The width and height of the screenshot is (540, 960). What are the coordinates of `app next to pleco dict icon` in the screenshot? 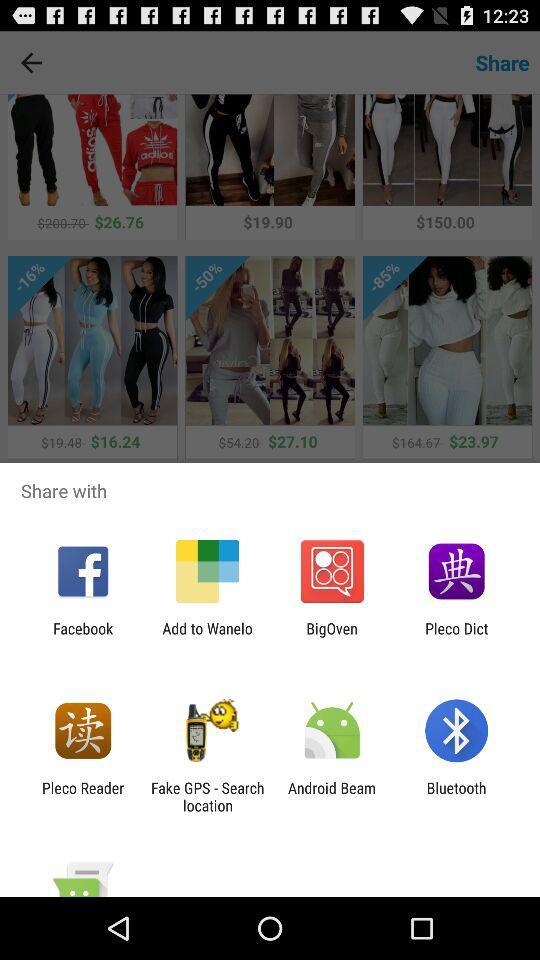 It's located at (332, 636).